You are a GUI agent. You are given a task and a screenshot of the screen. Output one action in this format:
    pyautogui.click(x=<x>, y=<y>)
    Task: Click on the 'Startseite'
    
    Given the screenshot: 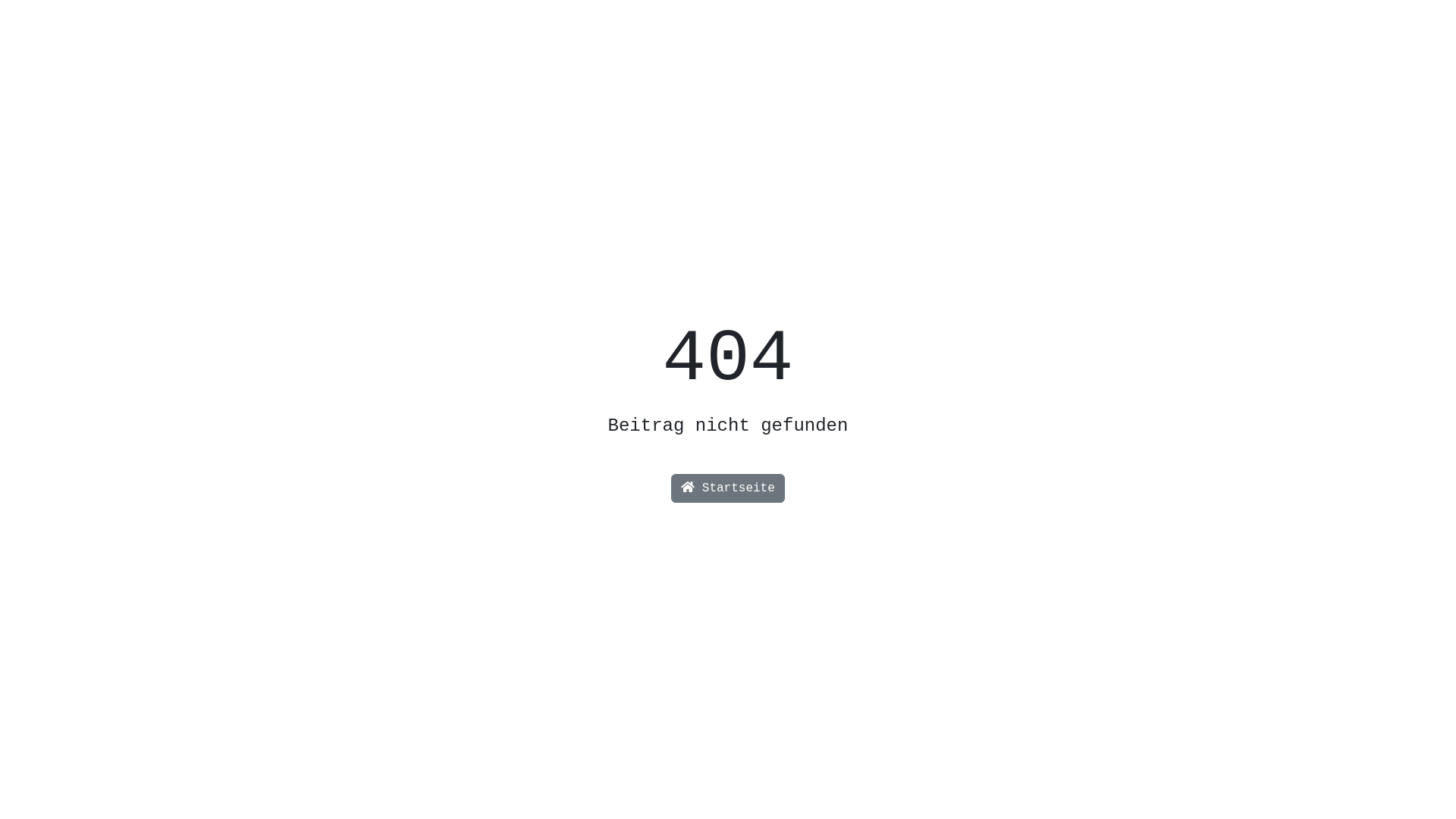 What is the action you would take?
    pyautogui.click(x=728, y=488)
    